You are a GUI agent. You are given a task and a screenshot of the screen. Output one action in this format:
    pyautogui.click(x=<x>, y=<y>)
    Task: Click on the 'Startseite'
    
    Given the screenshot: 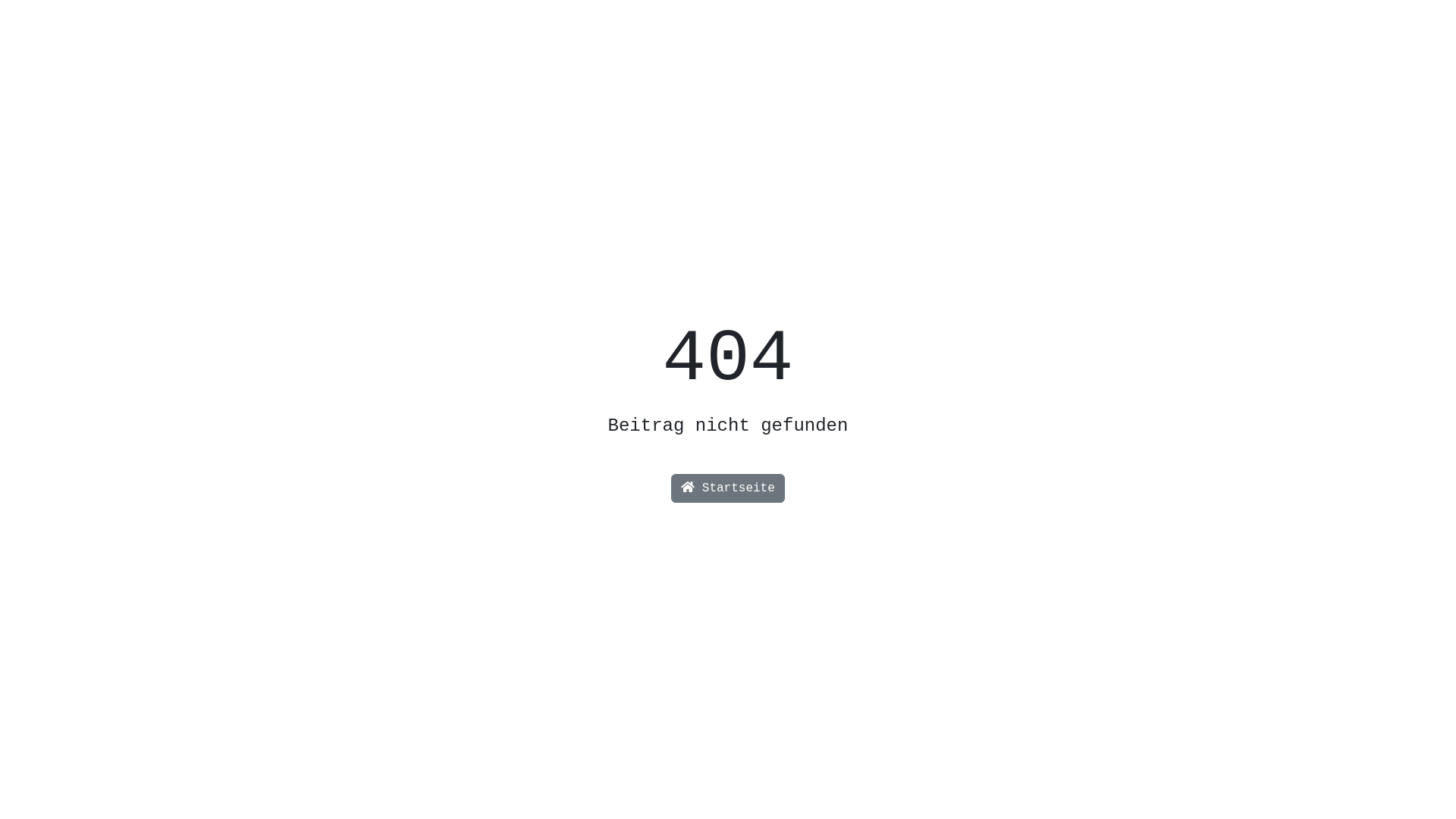 What is the action you would take?
    pyautogui.click(x=728, y=488)
    